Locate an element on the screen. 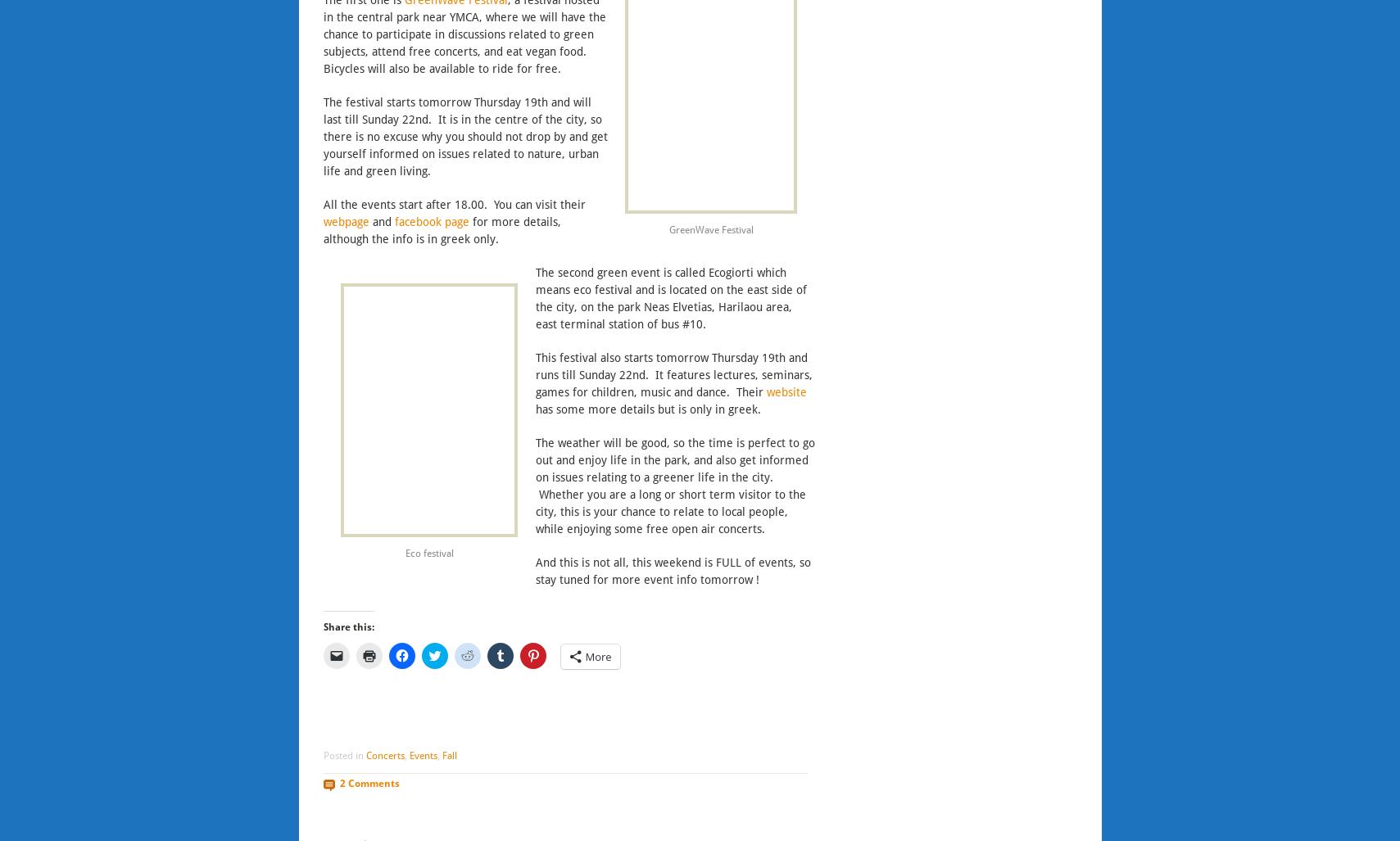  'Share this:' is located at coordinates (347, 626).